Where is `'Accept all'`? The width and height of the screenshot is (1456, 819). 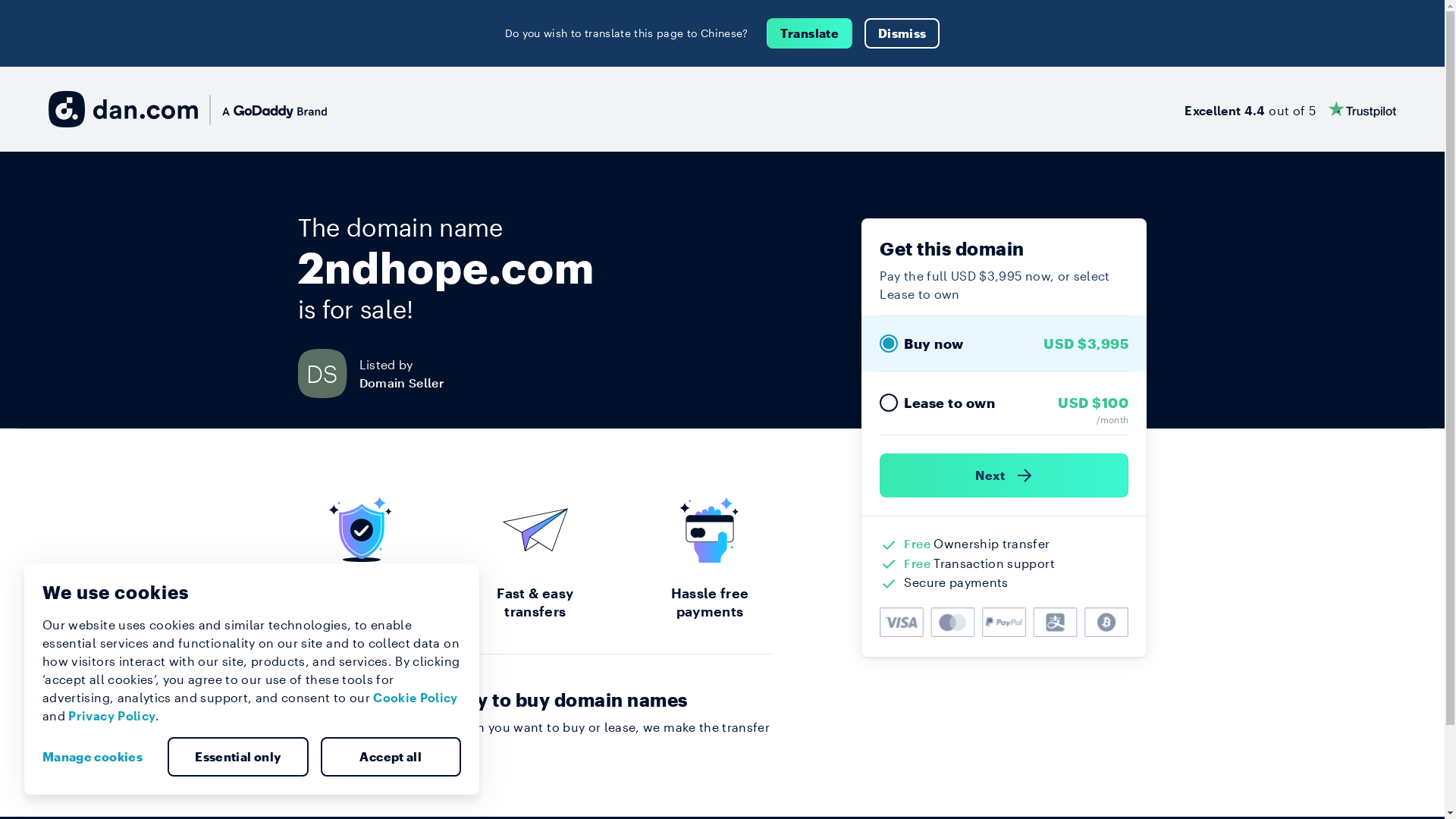 'Accept all' is located at coordinates (319, 757).